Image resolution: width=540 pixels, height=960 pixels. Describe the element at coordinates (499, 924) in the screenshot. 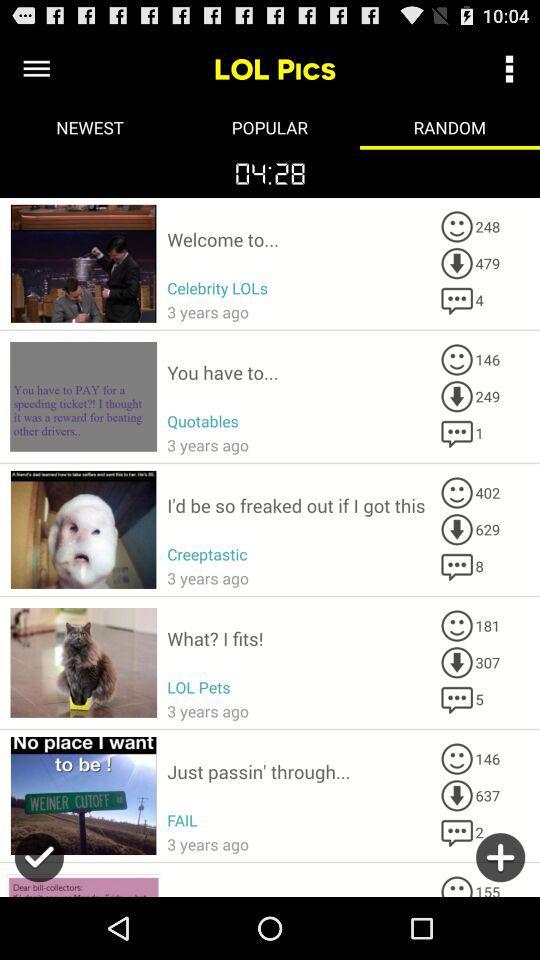

I see `the add icon` at that location.